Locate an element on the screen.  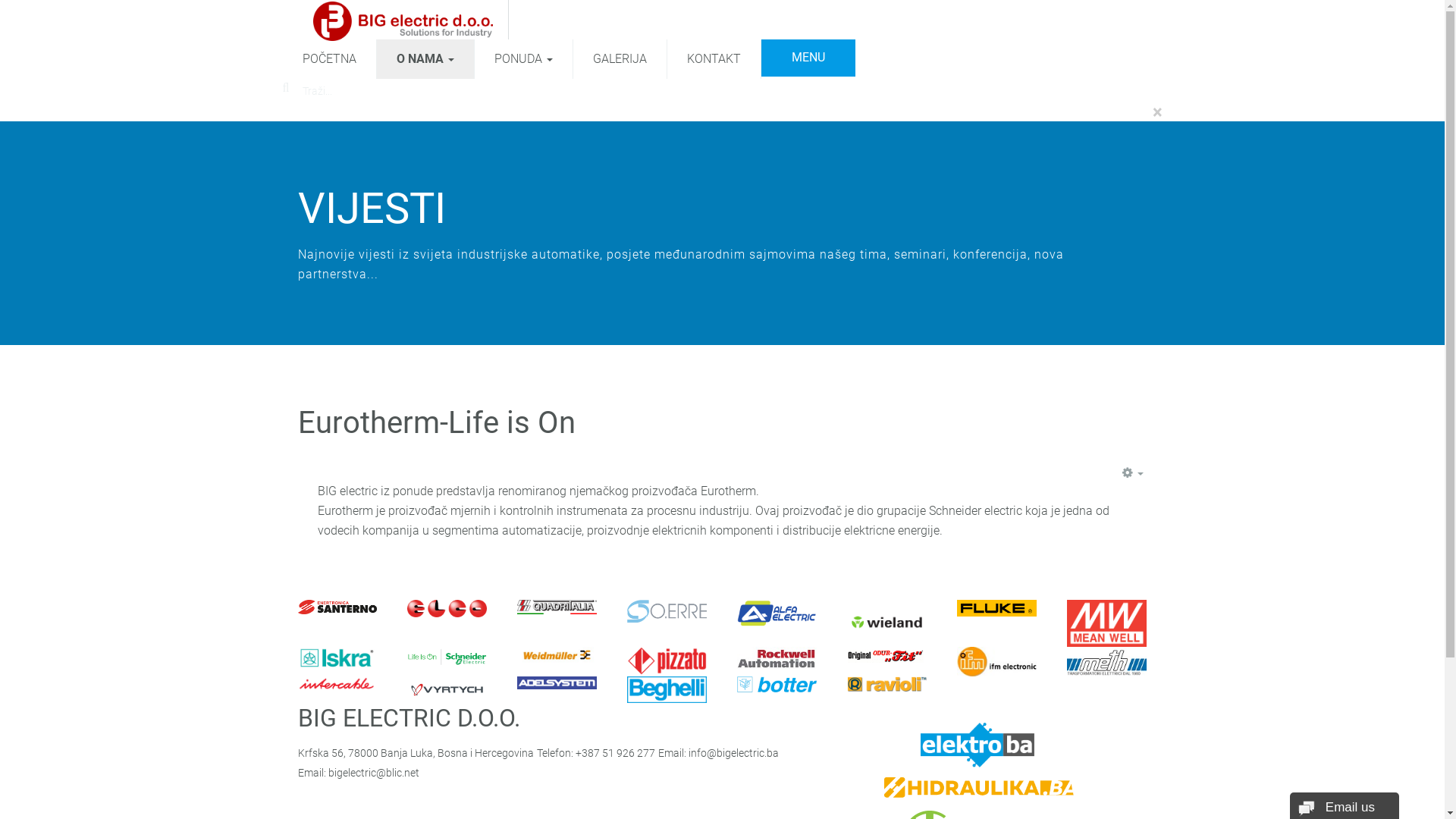
'Quadritalia' is located at coordinates (516, 606).